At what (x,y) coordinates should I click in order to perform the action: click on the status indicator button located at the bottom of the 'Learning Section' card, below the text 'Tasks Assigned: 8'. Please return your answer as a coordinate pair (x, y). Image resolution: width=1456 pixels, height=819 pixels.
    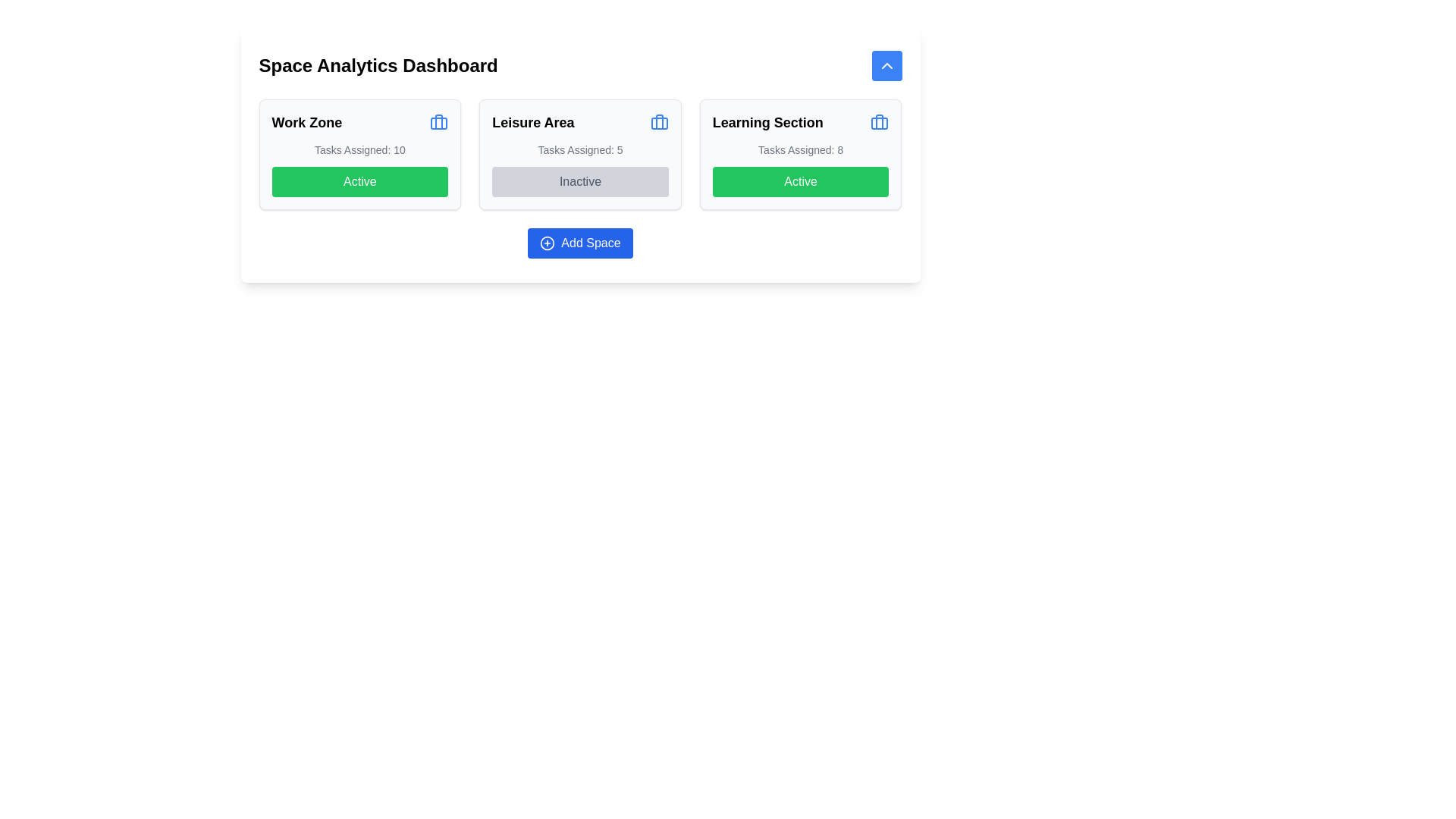
    Looking at the image, I should click on (800, 180).